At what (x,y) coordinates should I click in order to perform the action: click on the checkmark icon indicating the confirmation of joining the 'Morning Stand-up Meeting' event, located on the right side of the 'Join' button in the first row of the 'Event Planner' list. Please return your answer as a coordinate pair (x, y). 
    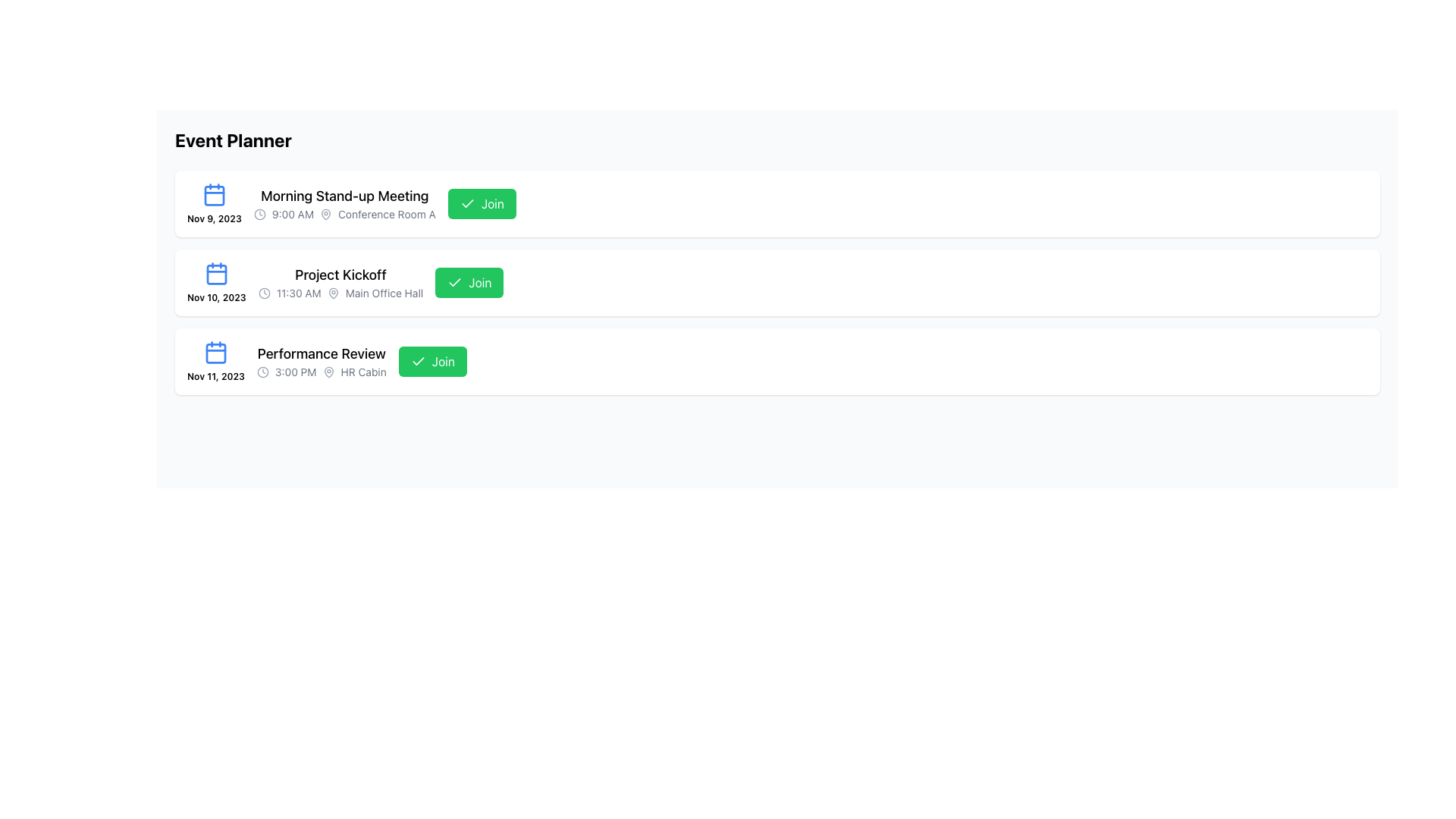
    Looking at the image, I should click on (466, 203).